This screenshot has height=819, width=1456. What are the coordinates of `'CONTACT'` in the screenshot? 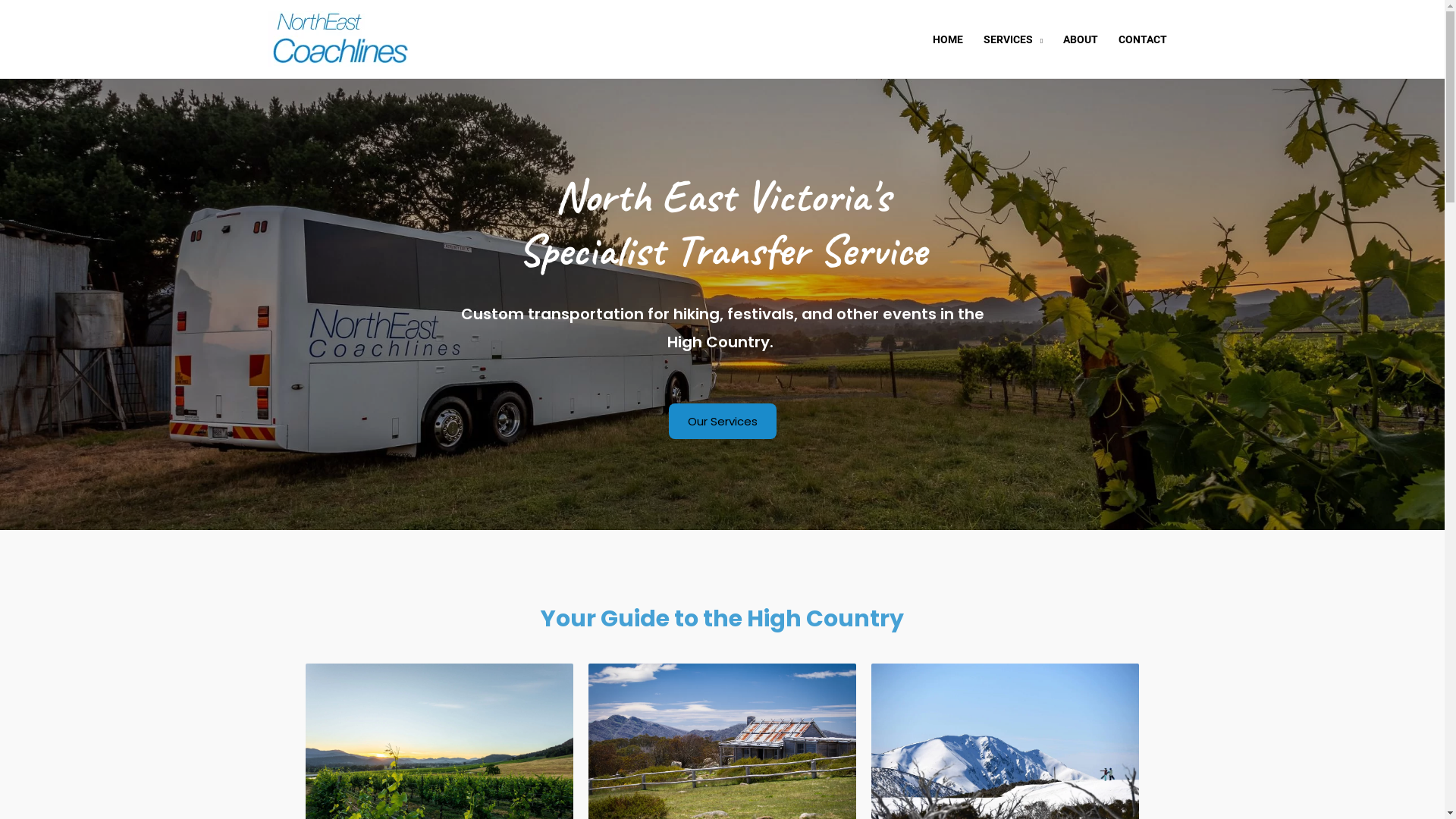 It's located at (1143, 37).